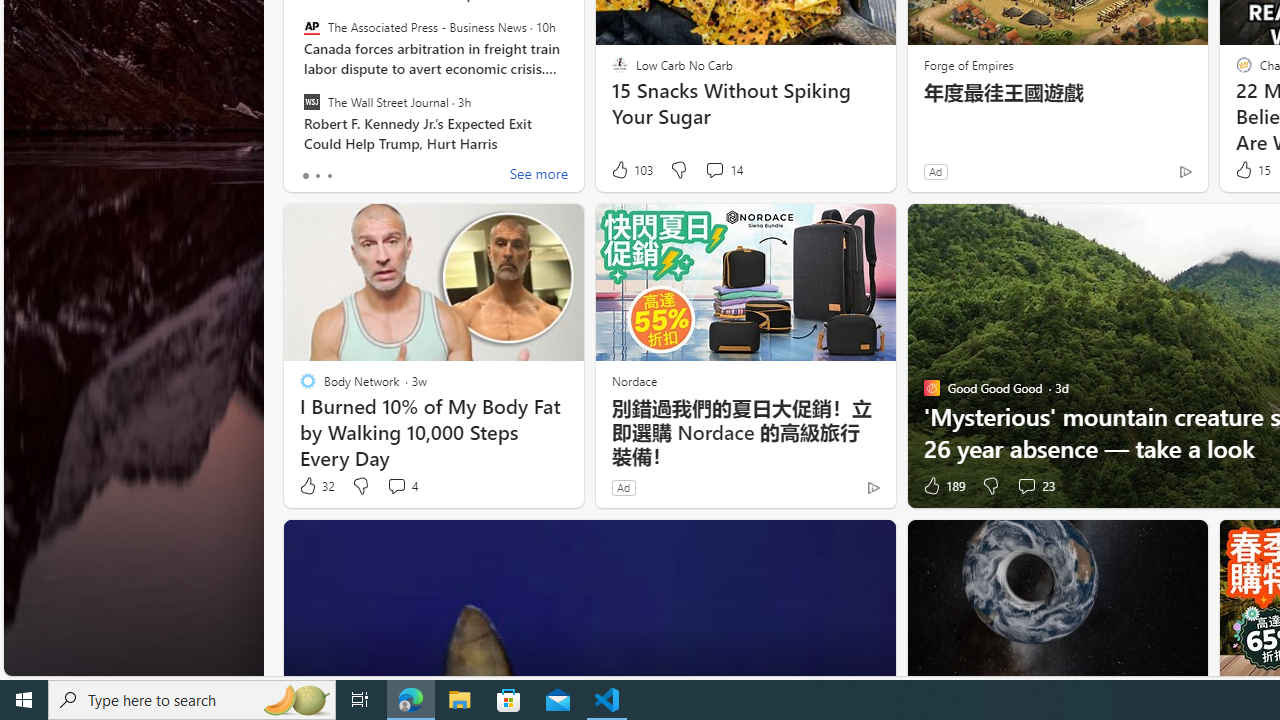  Describe the element at coordinates (509, 698) in the screenshot. I see `'Microsoft Store'` at that location.